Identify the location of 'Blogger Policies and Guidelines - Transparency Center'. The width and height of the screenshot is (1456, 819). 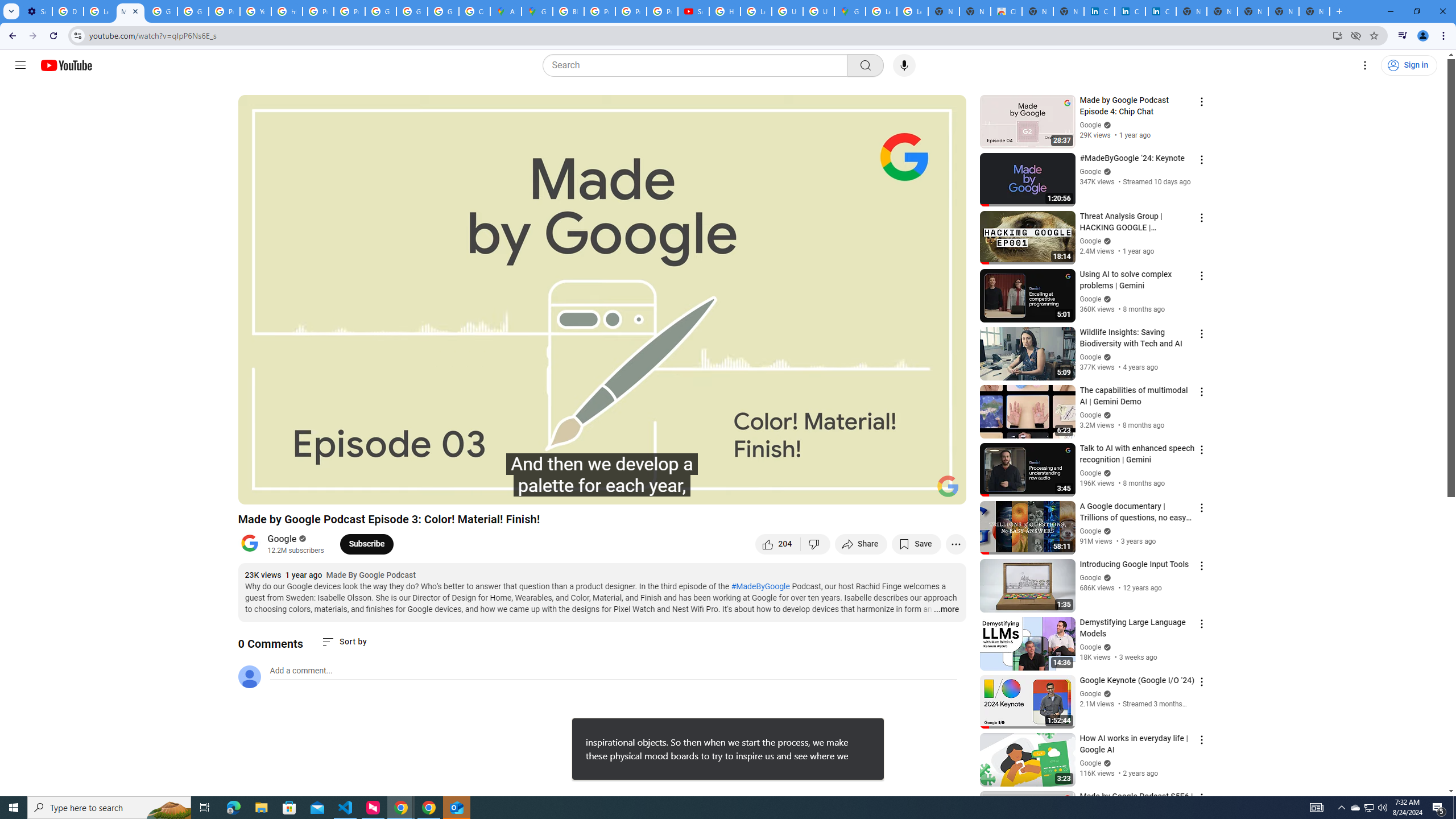
(568, 11).